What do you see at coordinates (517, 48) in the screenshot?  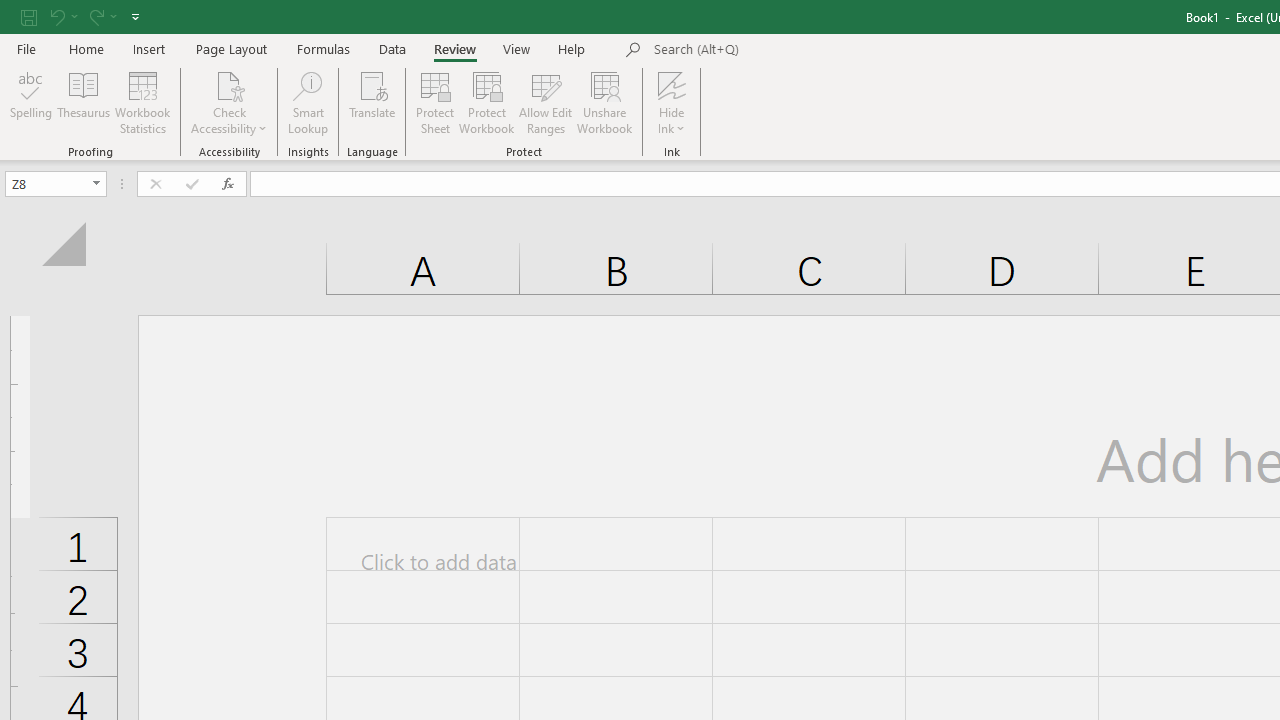 I see `'View'` at bounding box center [517, 48].